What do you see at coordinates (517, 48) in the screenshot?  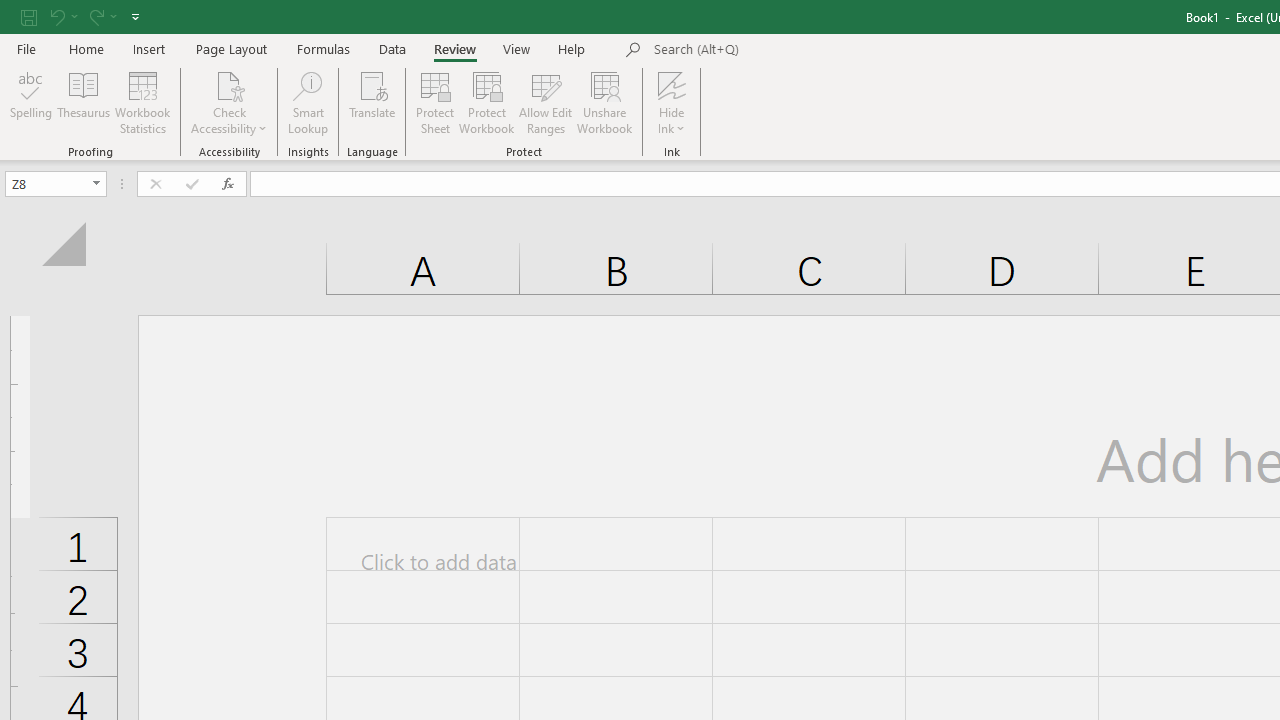 I see `'View'` at bounding box center [517, 48].